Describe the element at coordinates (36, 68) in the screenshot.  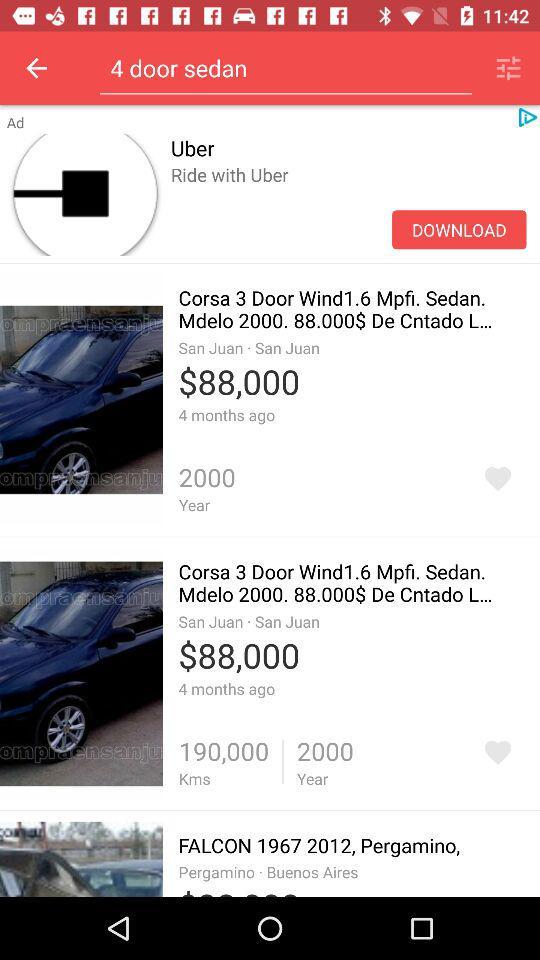
I see `icon above the ad item` at that location.